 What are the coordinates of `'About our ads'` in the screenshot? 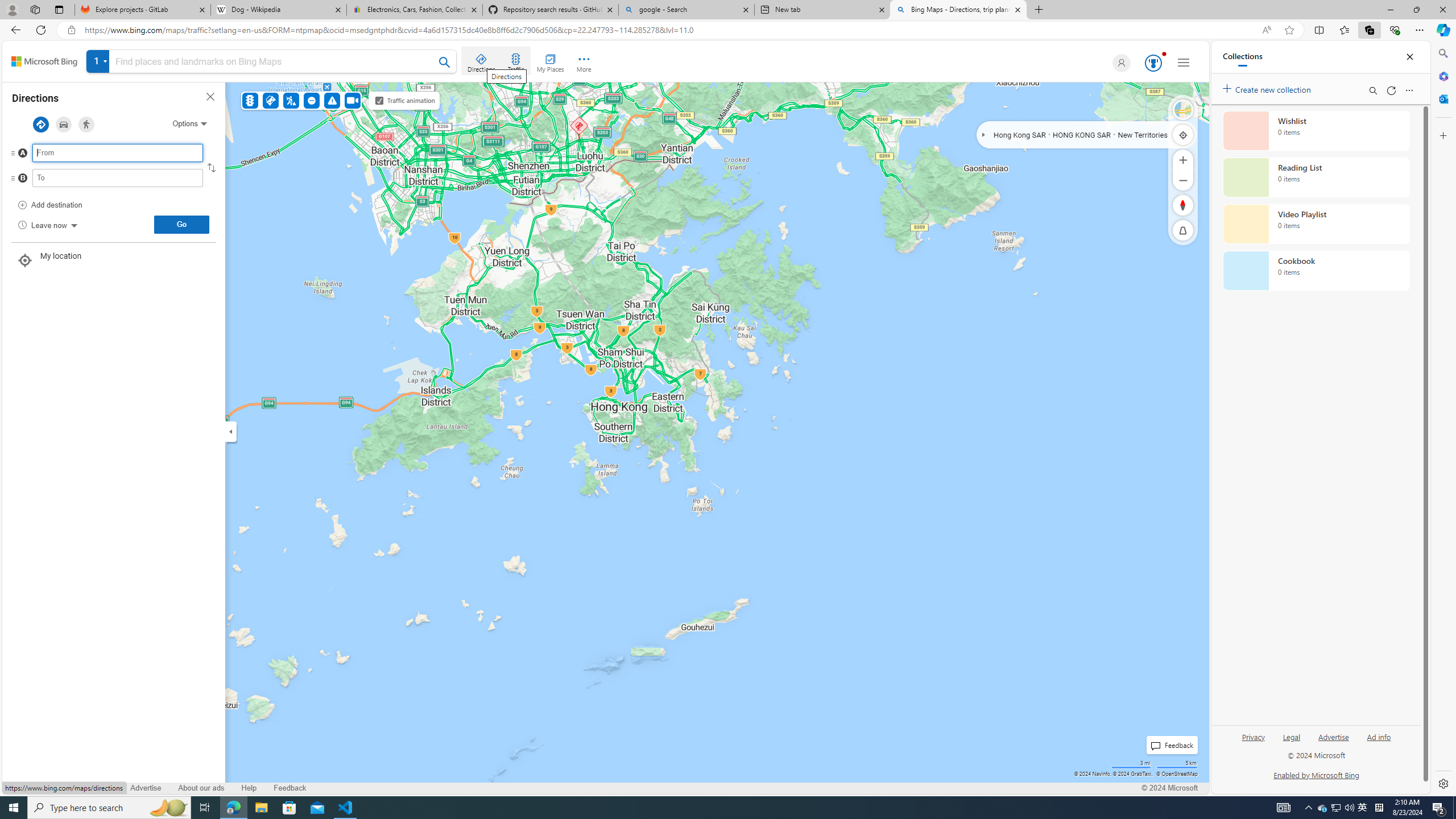 It's located at (200, 788).